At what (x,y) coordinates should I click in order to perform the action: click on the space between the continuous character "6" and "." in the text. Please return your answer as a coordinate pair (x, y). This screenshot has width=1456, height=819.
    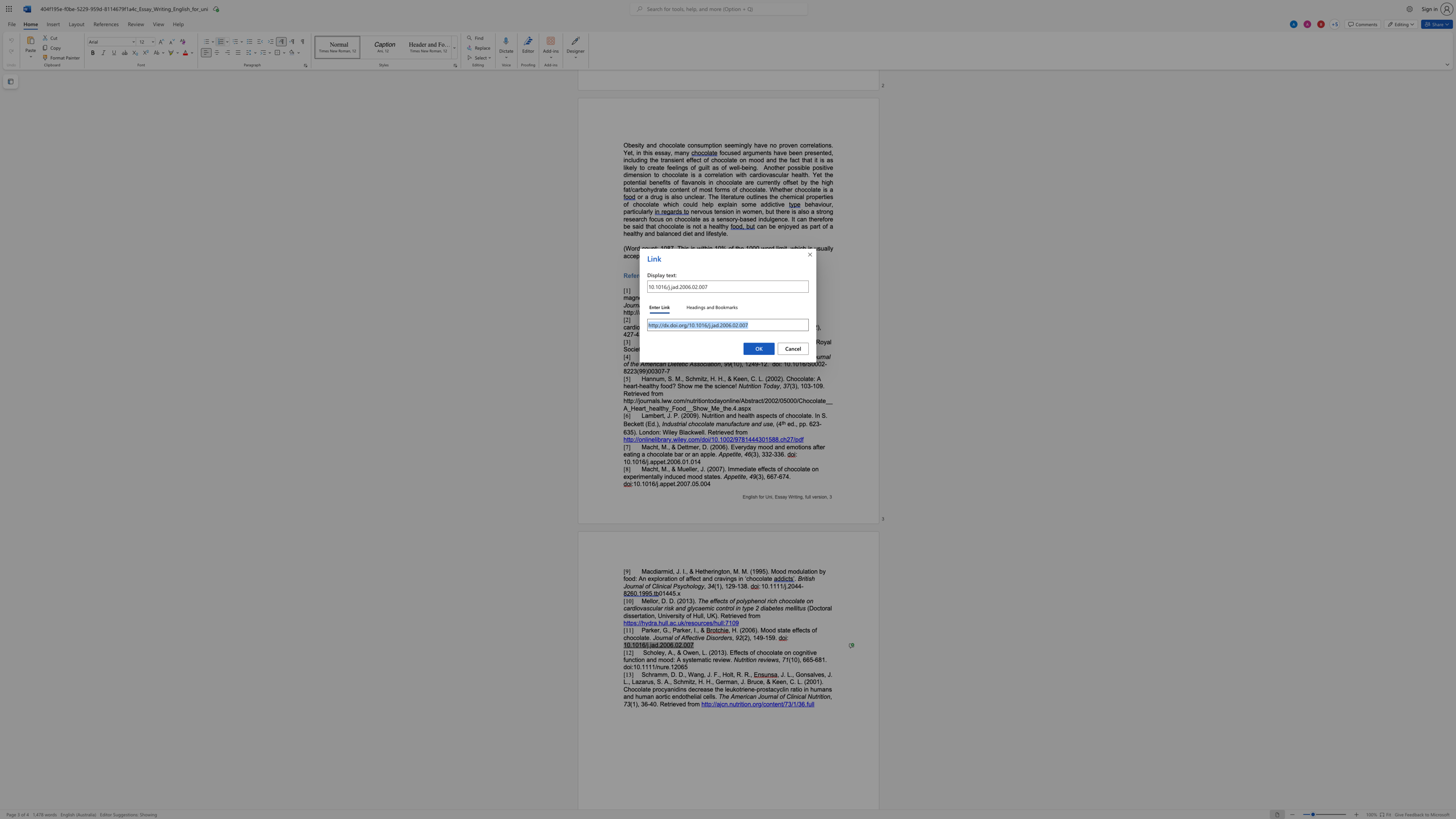
    Looking at the image, I should click on (804, 703).